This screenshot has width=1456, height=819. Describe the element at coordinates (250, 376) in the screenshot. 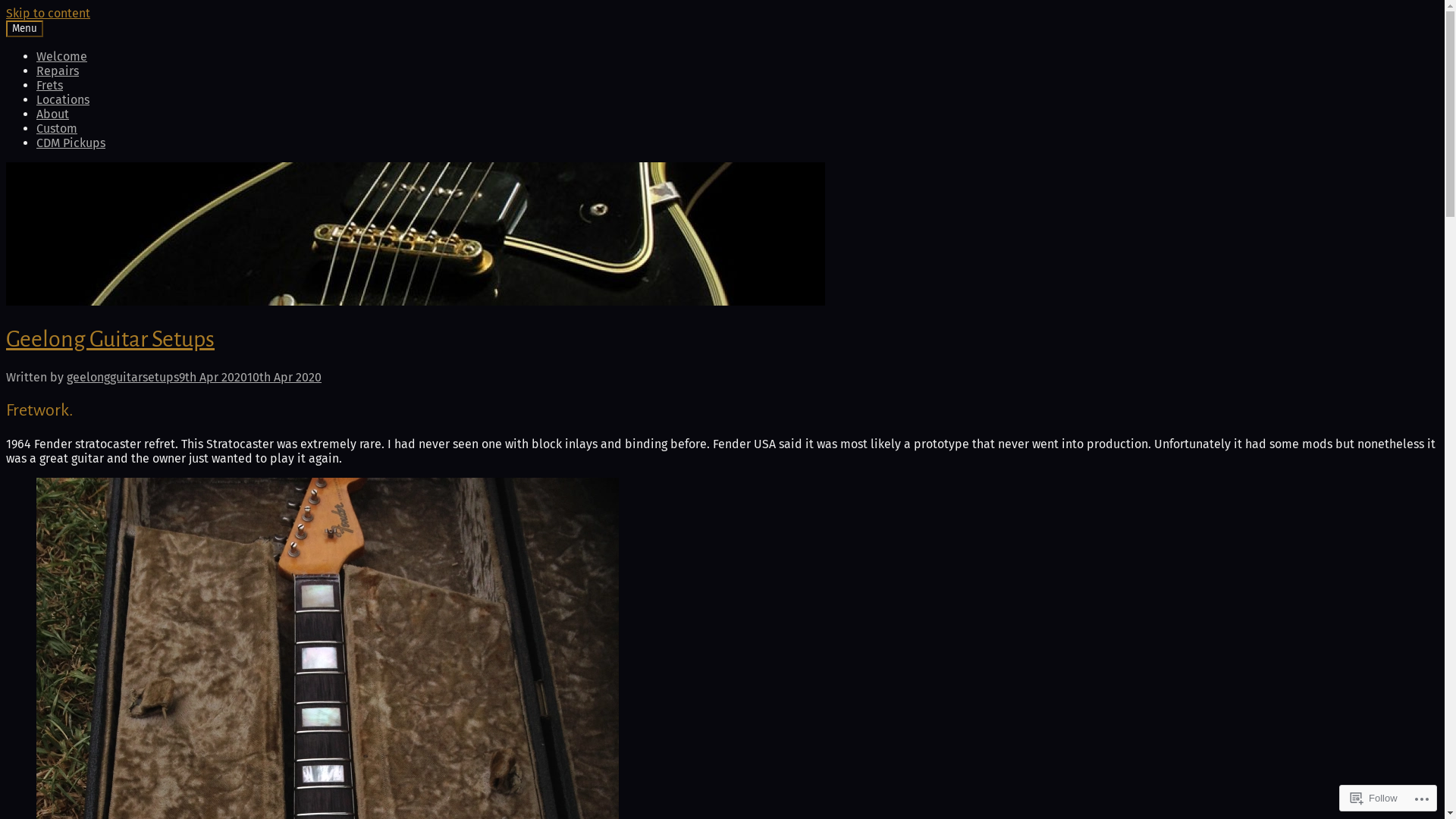

I see `'9th Apr 202010th Apr 2020'` at that location.